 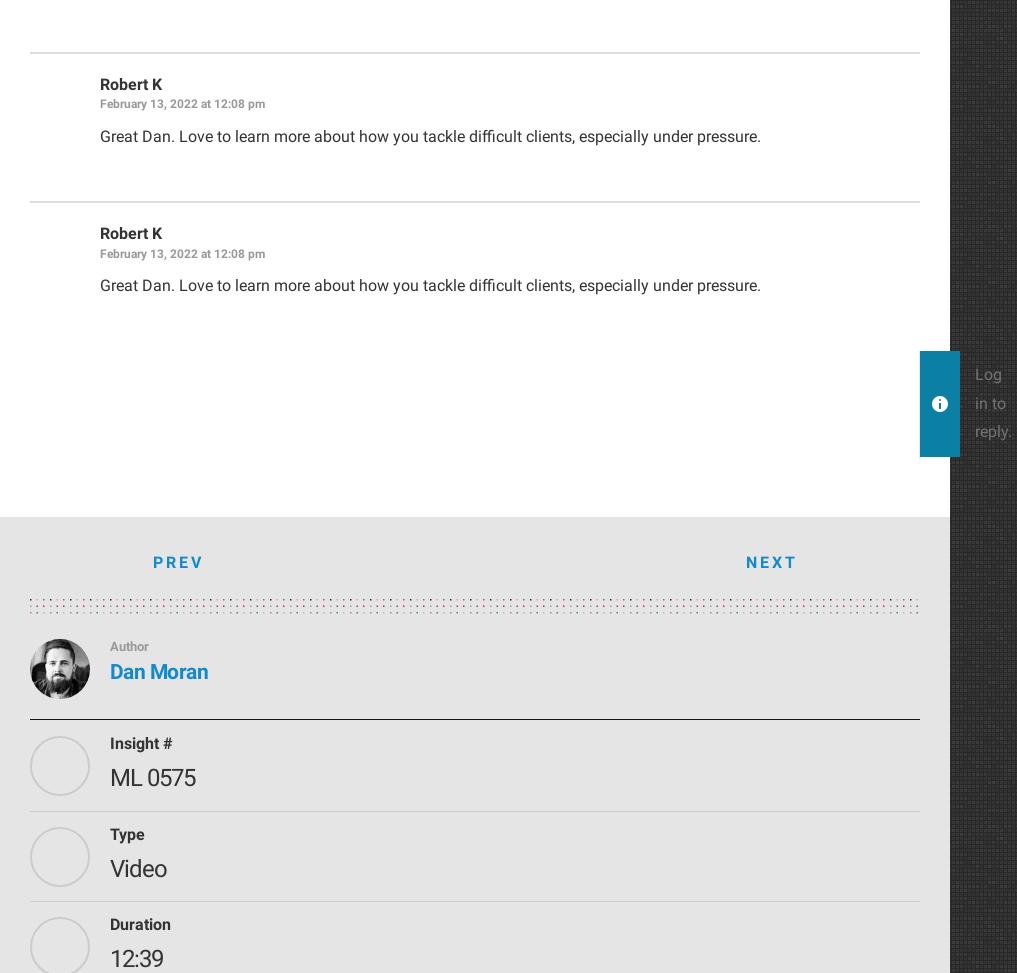 What do you see at coordinates (110, 670) in the screenshot?
I see `'Dan Moran'` at bounding box center [110, 670].